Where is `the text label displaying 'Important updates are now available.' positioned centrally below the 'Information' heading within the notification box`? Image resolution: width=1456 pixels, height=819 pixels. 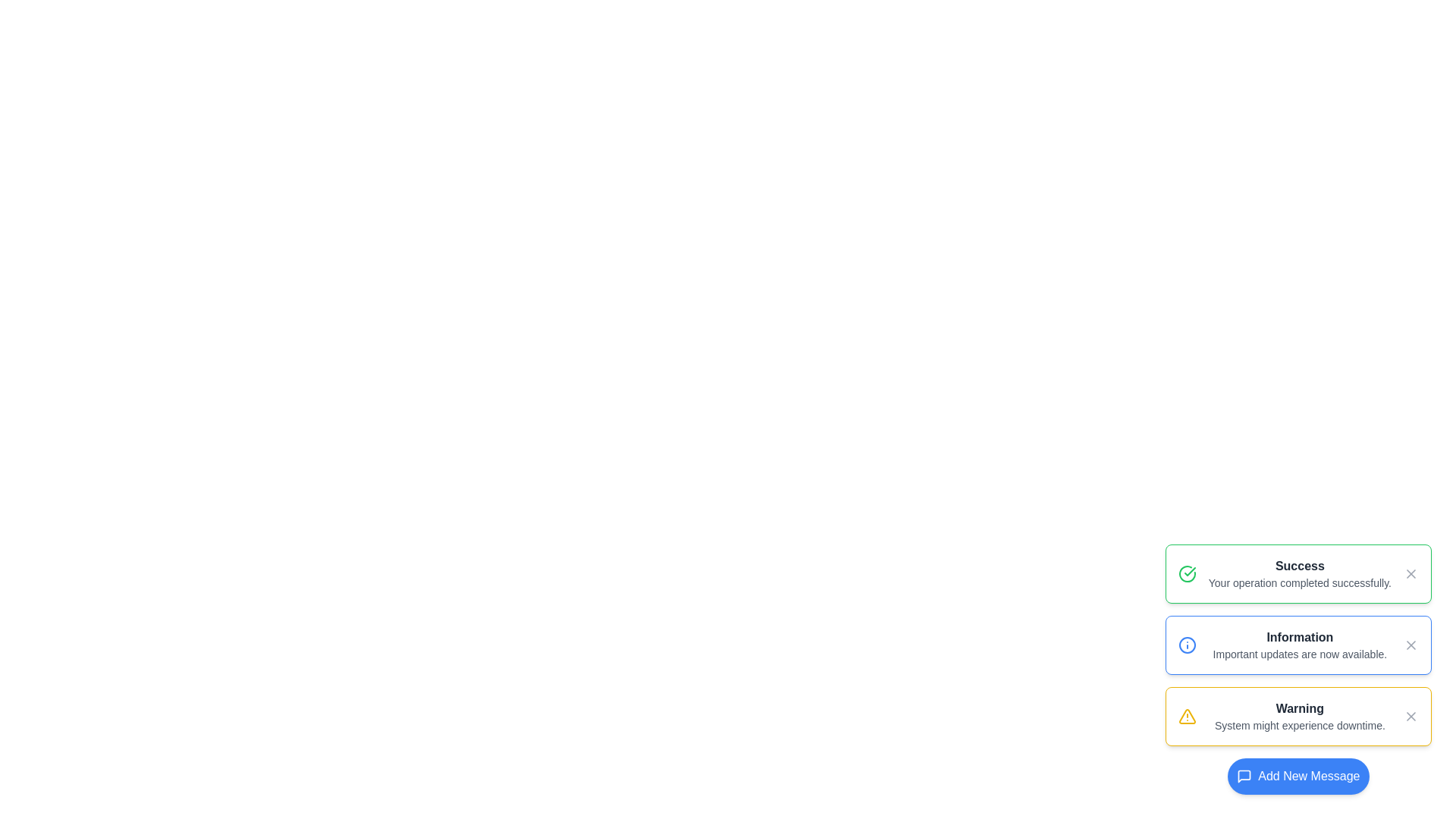
the text label displaying 'Important updates are now available.' positioned centrally below the 'Information' heading within the notification box is located at coordinates (1299, 654).